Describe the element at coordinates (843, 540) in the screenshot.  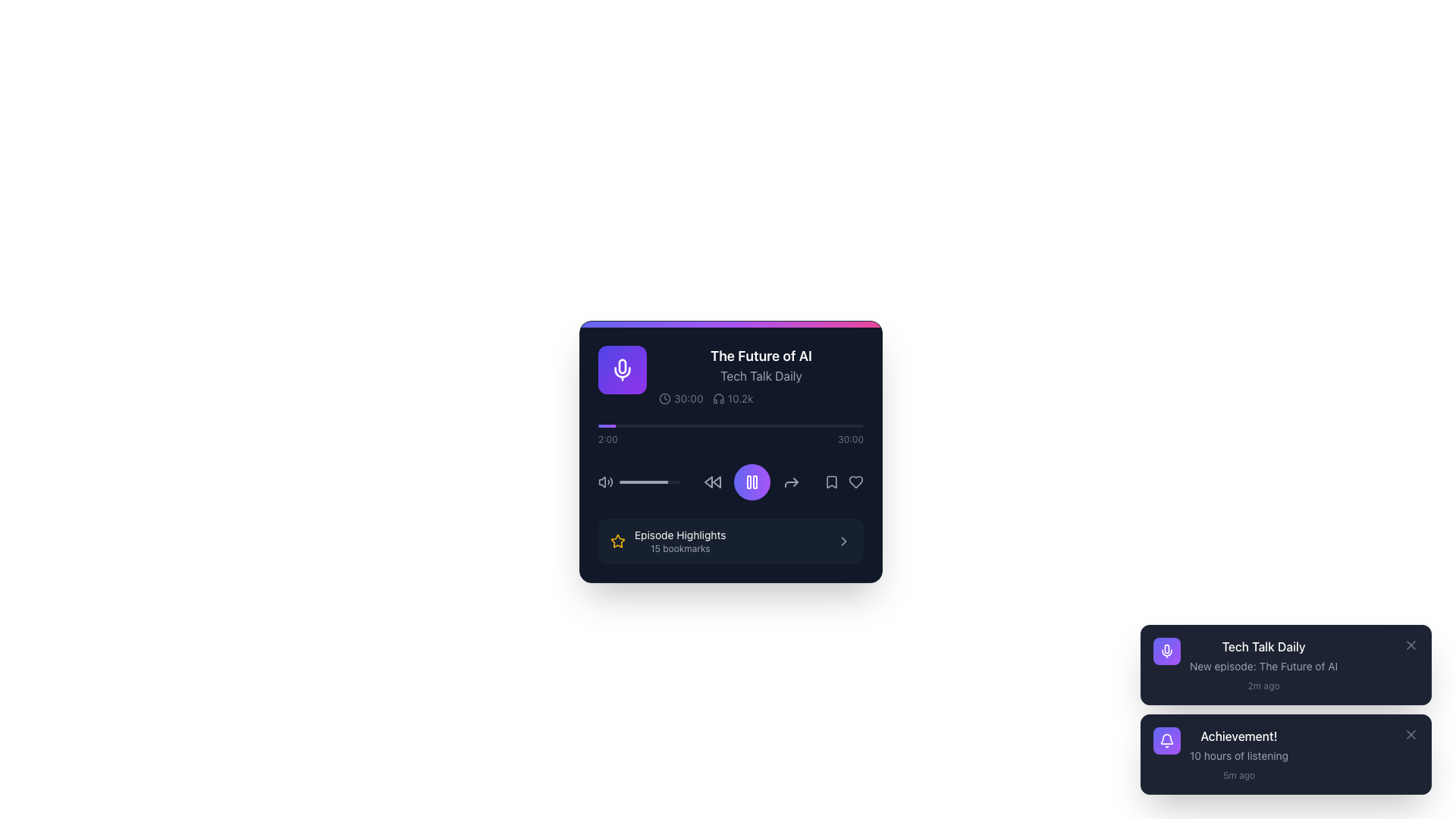
I see `the navigational icon located at the far right of the 'Episode Highlights' section, following the text '15 bookmarks'` at that location.